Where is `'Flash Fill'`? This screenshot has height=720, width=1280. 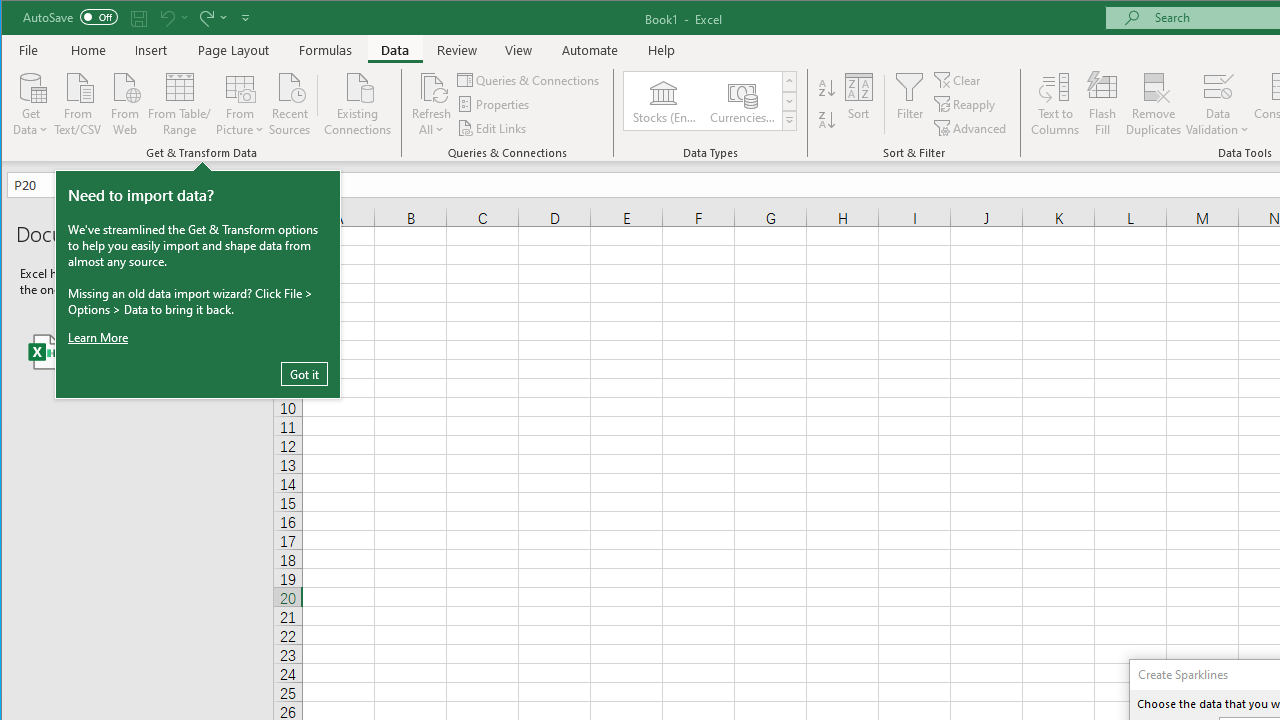
'Flash Fill' is located at coordinates (1101, 104).